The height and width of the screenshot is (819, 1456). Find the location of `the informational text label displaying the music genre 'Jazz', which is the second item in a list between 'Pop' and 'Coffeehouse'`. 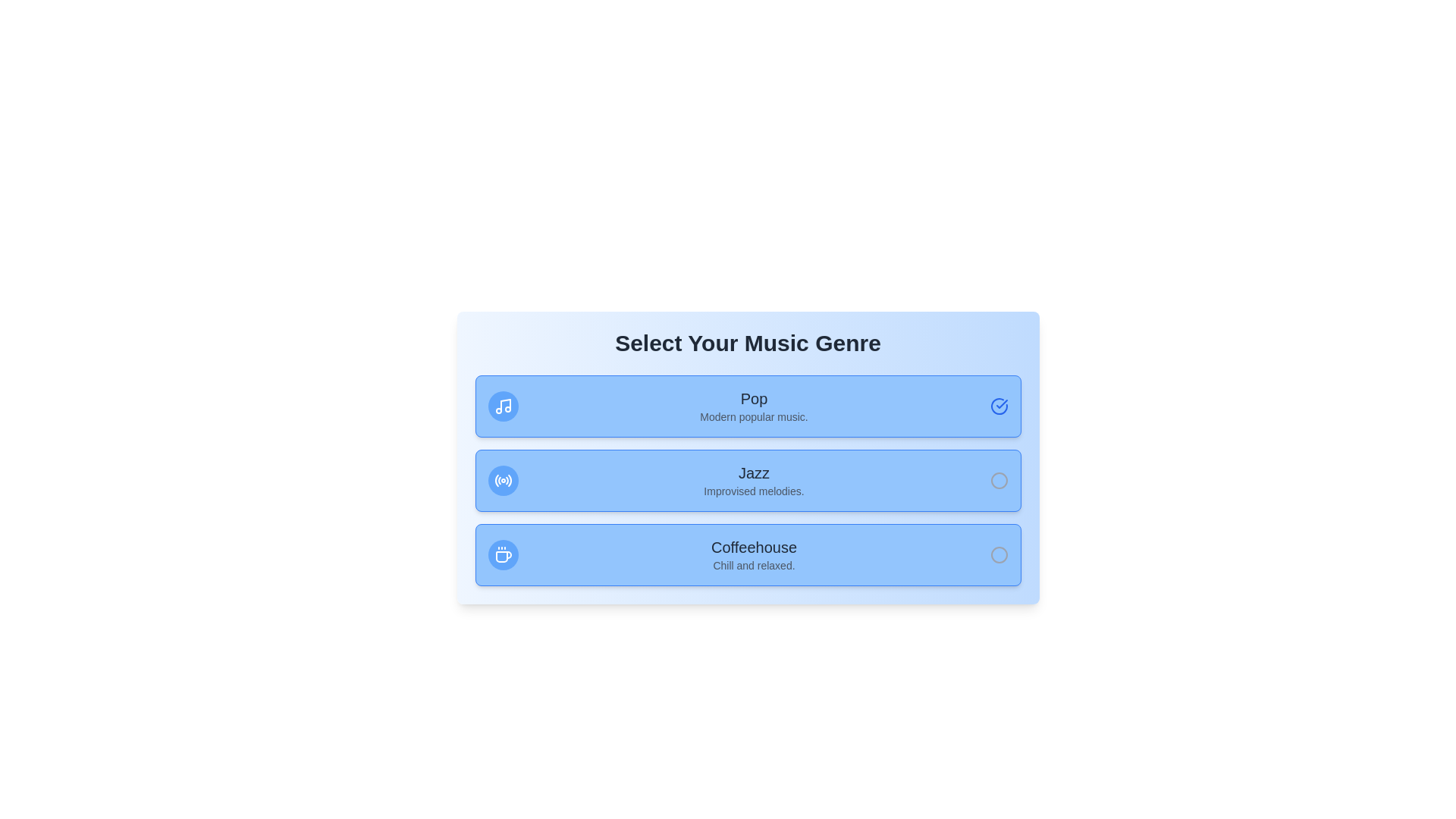

the informational text label displaying the music genre 'Jazz', which is the second item in a list between 'Pop' and 'Coffeehouse' is located at coordinates (754, 480).